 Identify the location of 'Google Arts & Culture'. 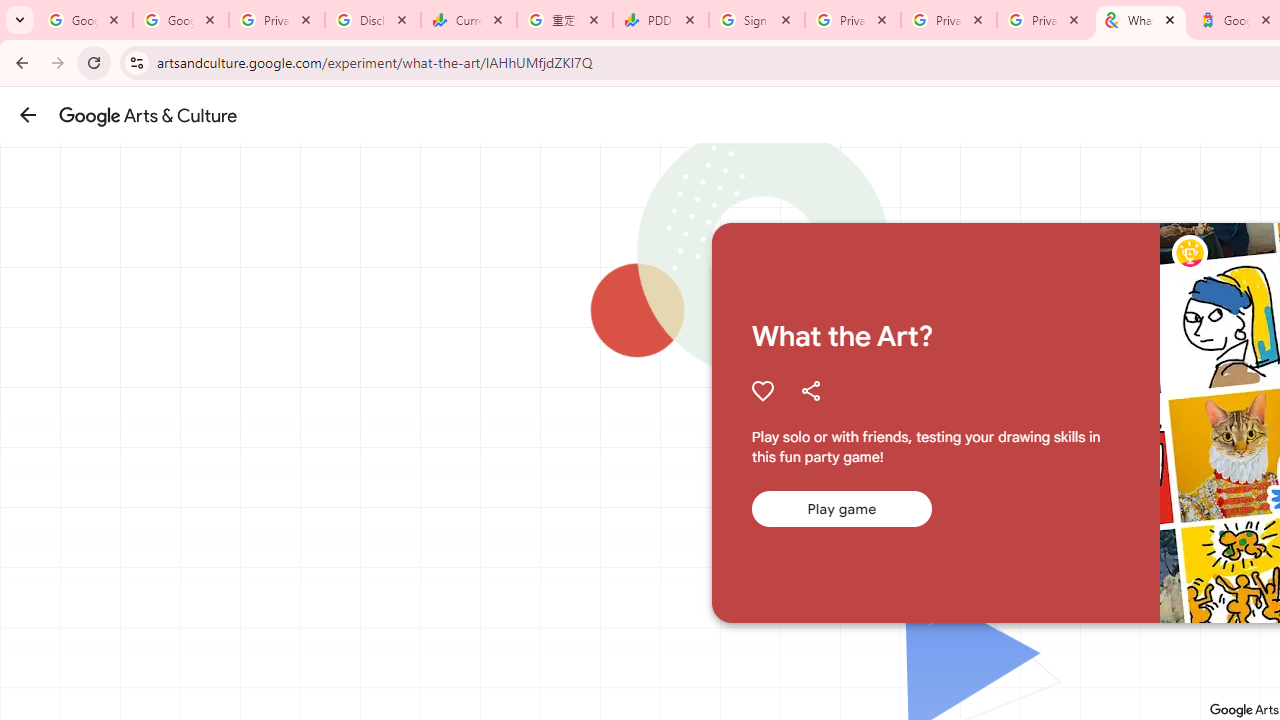
(147, 115).